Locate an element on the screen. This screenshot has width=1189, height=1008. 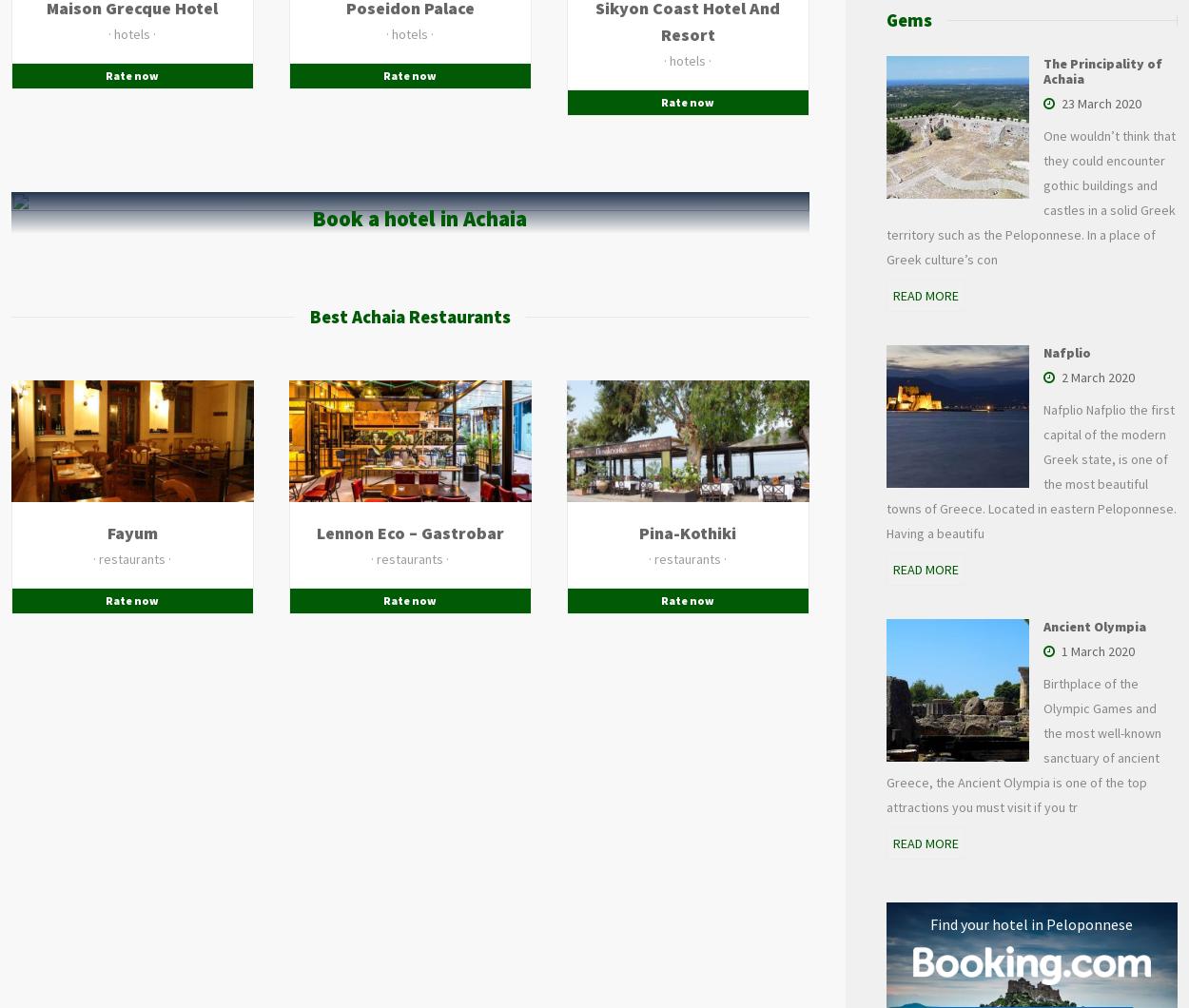
'Book a hotel in Achaia' is located at coordinates (419, 217).